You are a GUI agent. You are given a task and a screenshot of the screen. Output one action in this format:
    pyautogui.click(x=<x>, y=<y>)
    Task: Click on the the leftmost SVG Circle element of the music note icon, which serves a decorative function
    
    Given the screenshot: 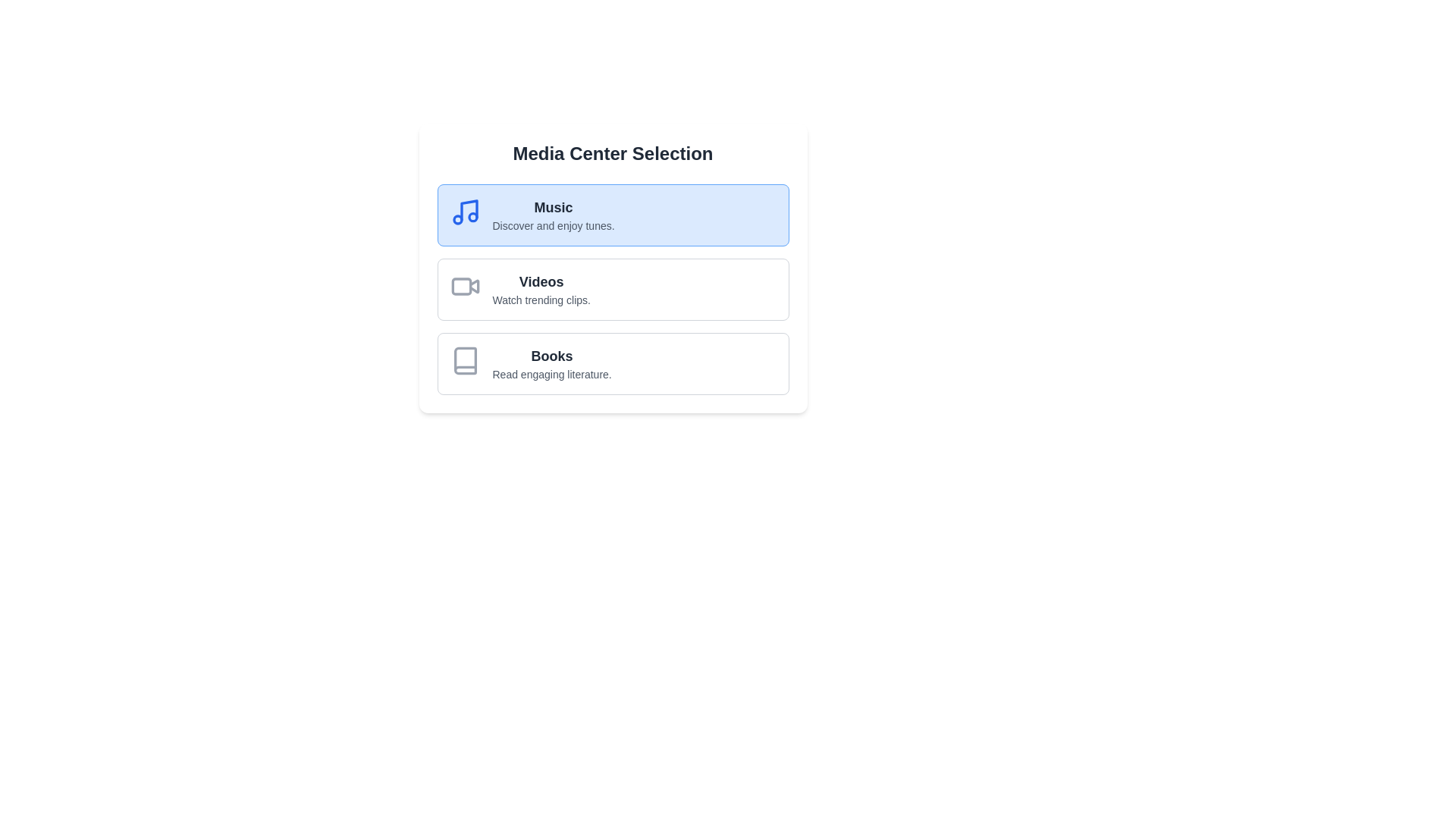 What is the action you would take?
    pyautogui.click(x=457, y=219)
    